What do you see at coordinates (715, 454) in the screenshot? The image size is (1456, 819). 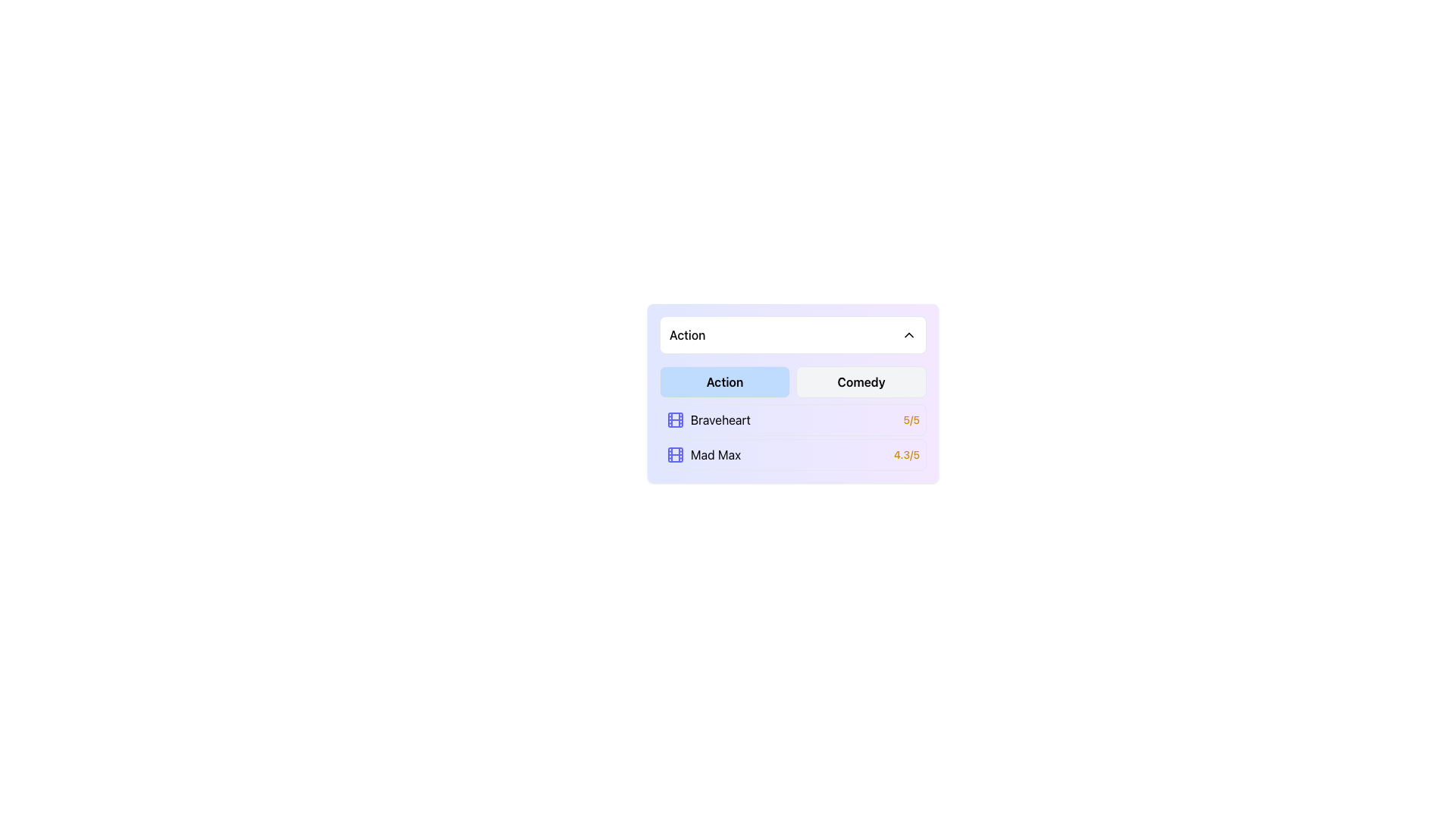 I see `the 'Mad Max' text label element, which is prominently displayed in bold font alongside a film icon, located in the second row of a movie selection list` at bounding box center [715, 454].